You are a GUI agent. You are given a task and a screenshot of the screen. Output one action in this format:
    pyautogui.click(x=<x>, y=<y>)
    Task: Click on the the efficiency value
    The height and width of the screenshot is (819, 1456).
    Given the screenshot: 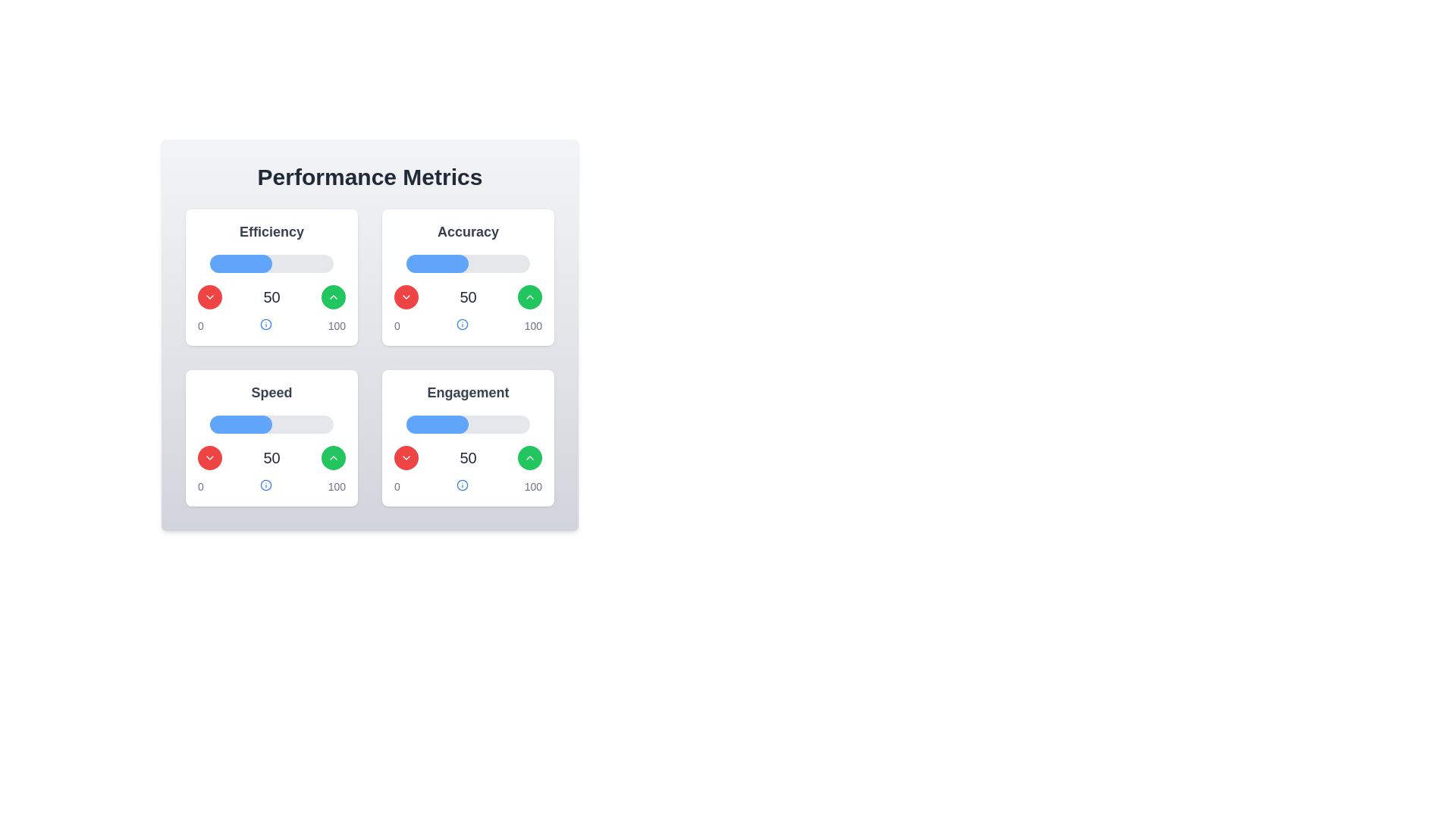 What is the action you would take?
    pyautogui.click(x=303, y=262)
    